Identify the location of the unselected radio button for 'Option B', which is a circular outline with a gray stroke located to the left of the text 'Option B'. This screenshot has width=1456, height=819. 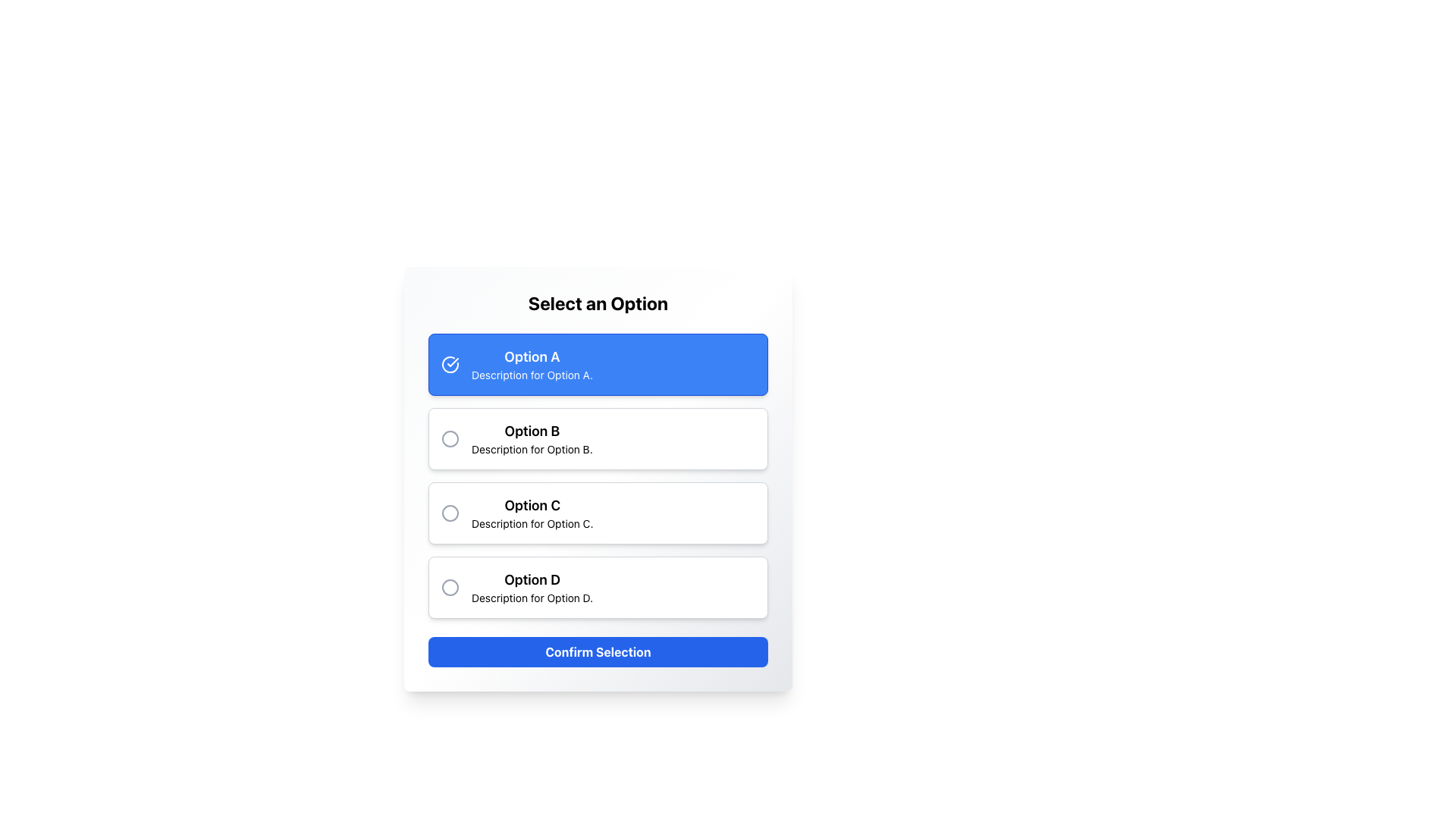
(450, 438).